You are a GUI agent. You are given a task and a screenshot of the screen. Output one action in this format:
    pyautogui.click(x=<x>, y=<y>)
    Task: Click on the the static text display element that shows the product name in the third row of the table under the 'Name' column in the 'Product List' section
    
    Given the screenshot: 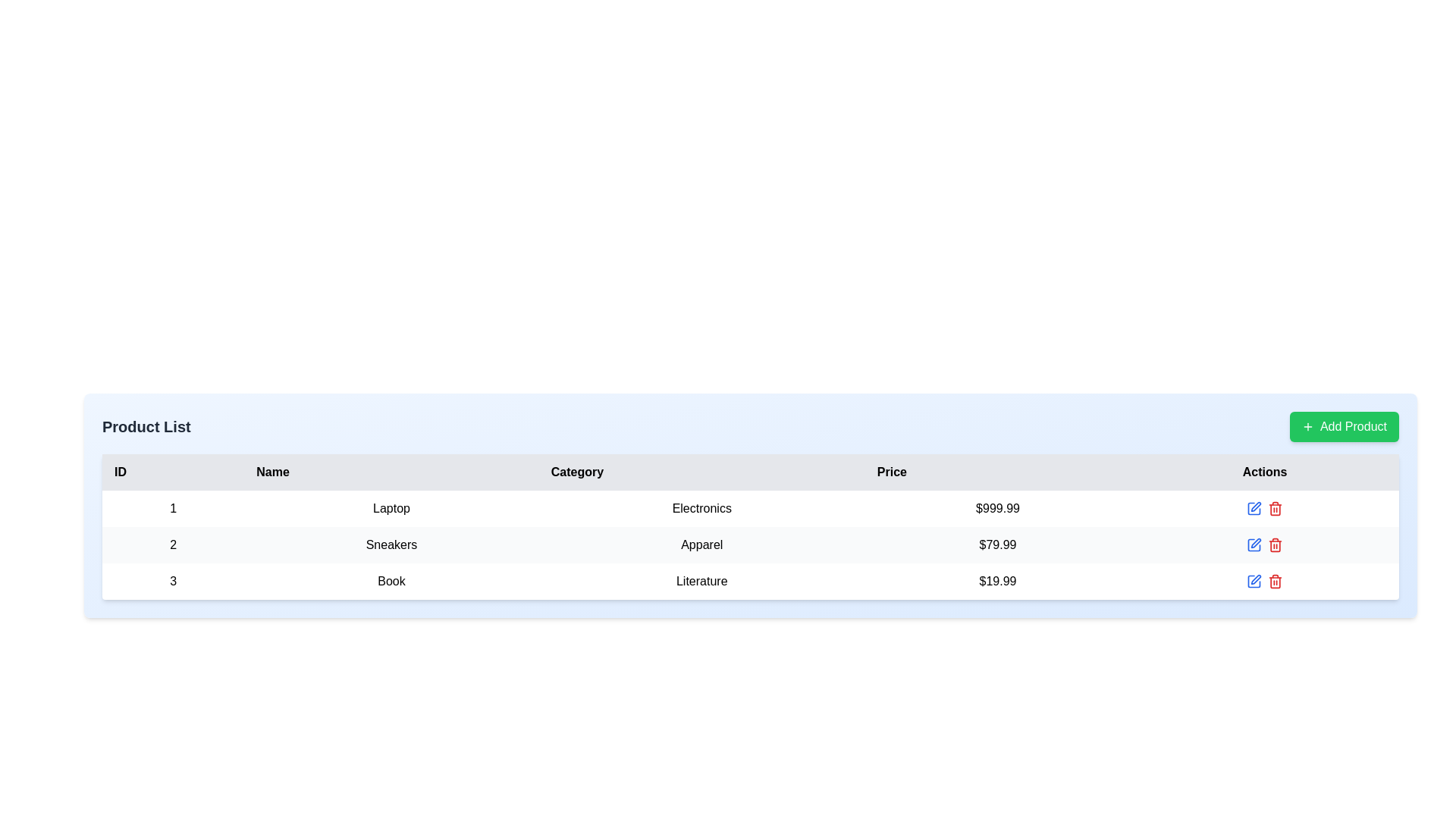 What is the action you would take?
    pyautogui.click(x=391, y=581)
    